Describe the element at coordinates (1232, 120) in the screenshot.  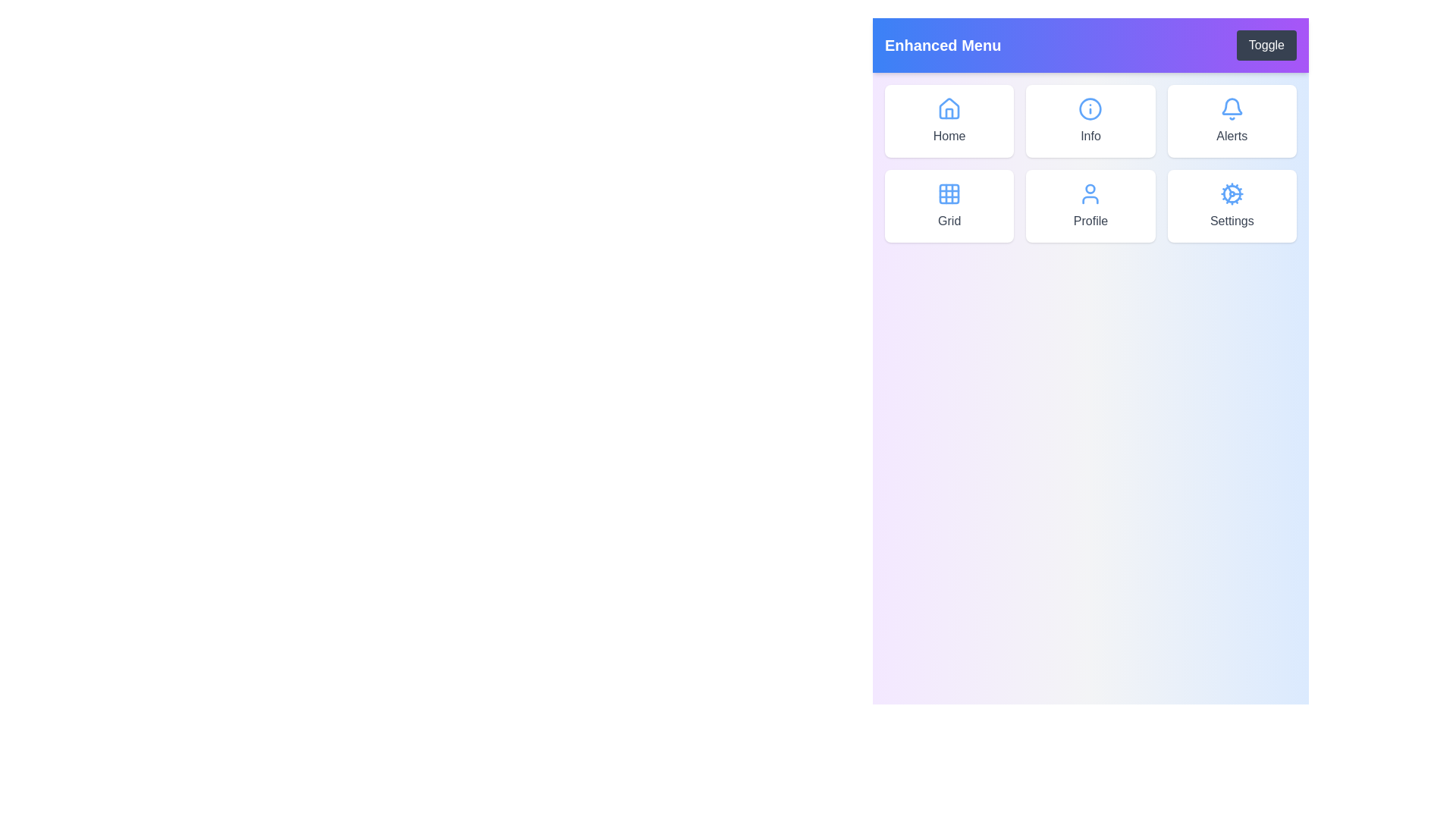
I see `the menu item labeled Alerts` at that location.